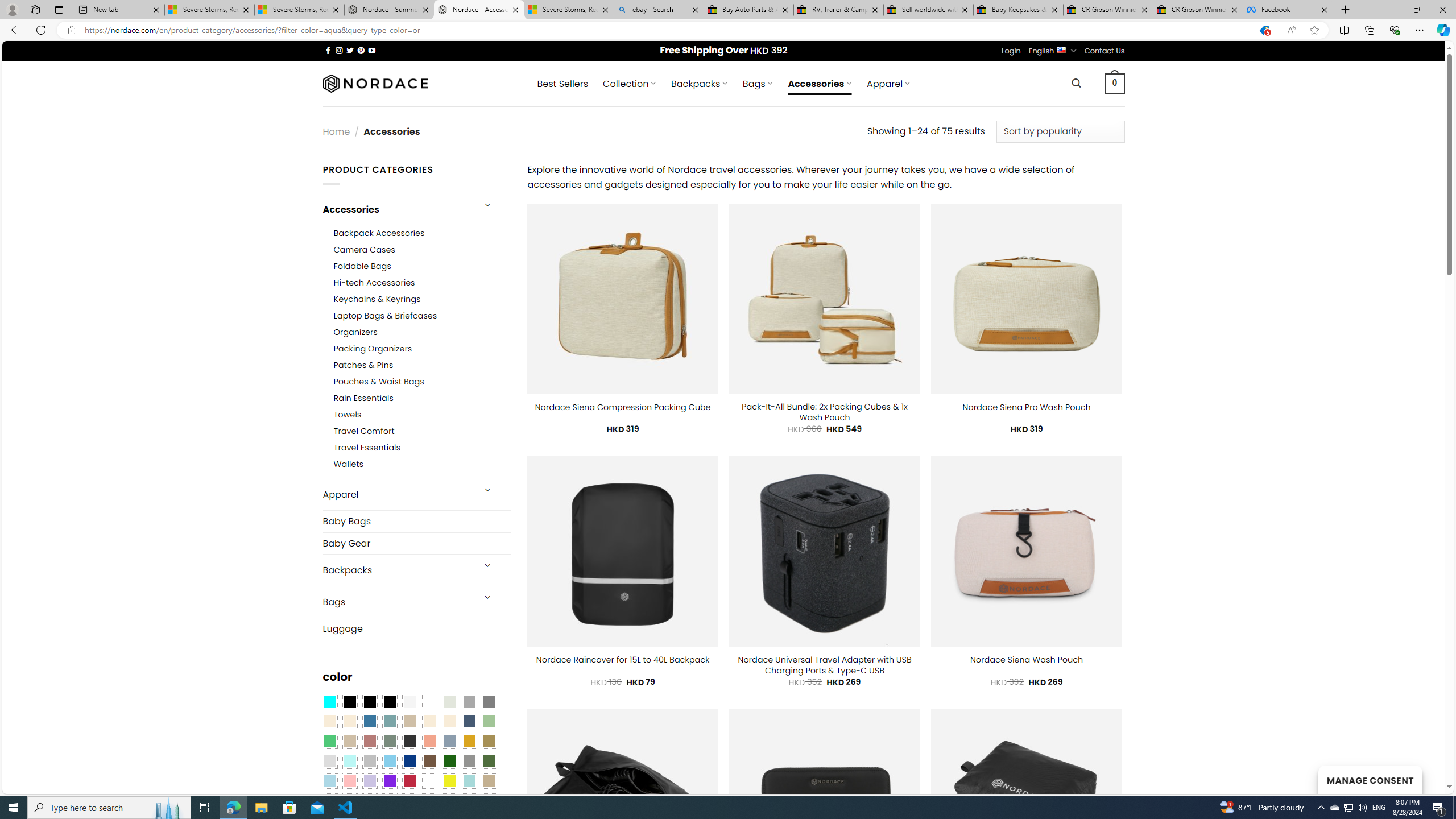 The image size is (1456, 819). I want to click on 'Khaki', so click(489, 780).